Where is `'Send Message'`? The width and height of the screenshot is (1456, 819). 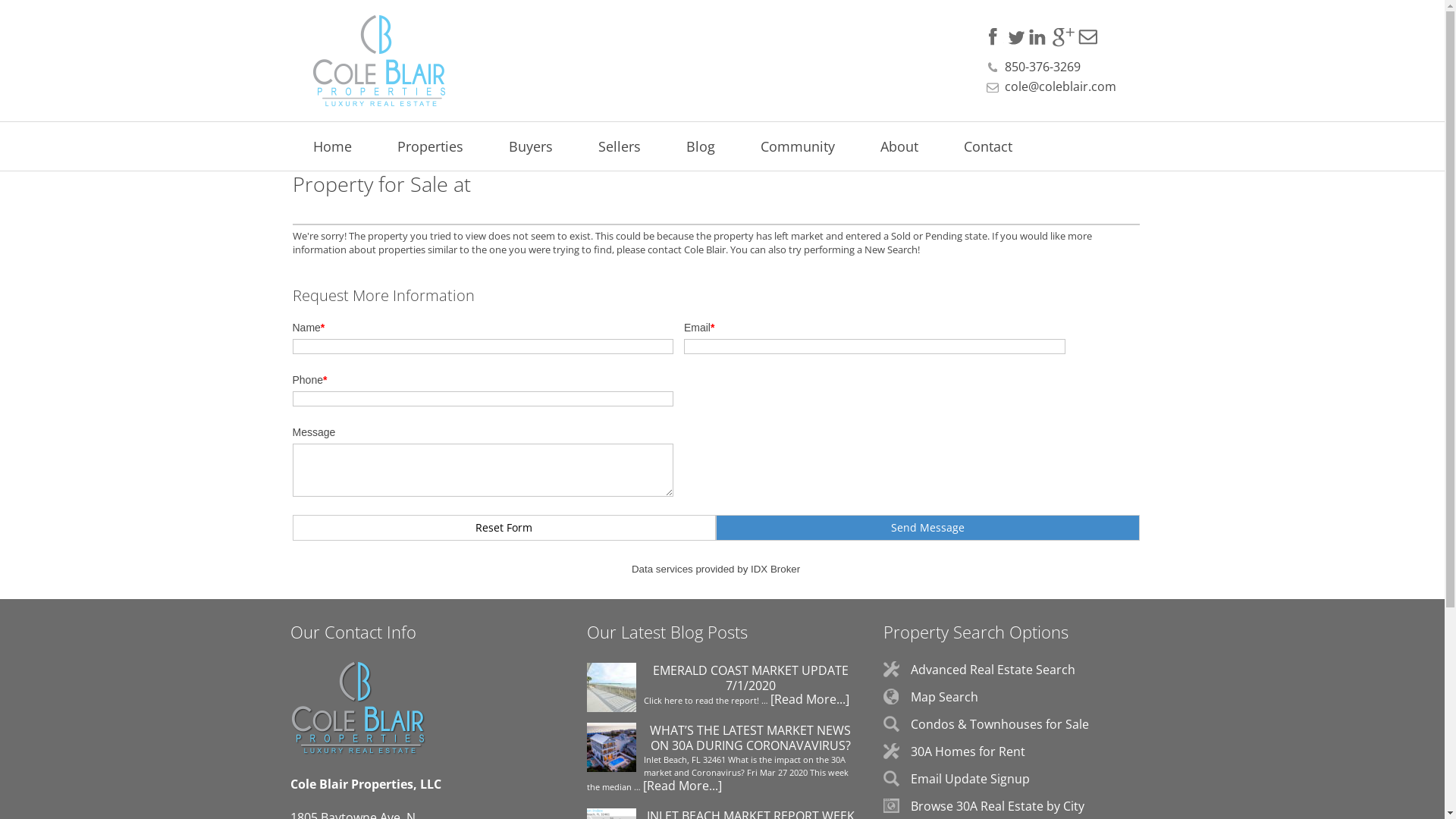 'Send Message' is located at coordinates (927, 526).